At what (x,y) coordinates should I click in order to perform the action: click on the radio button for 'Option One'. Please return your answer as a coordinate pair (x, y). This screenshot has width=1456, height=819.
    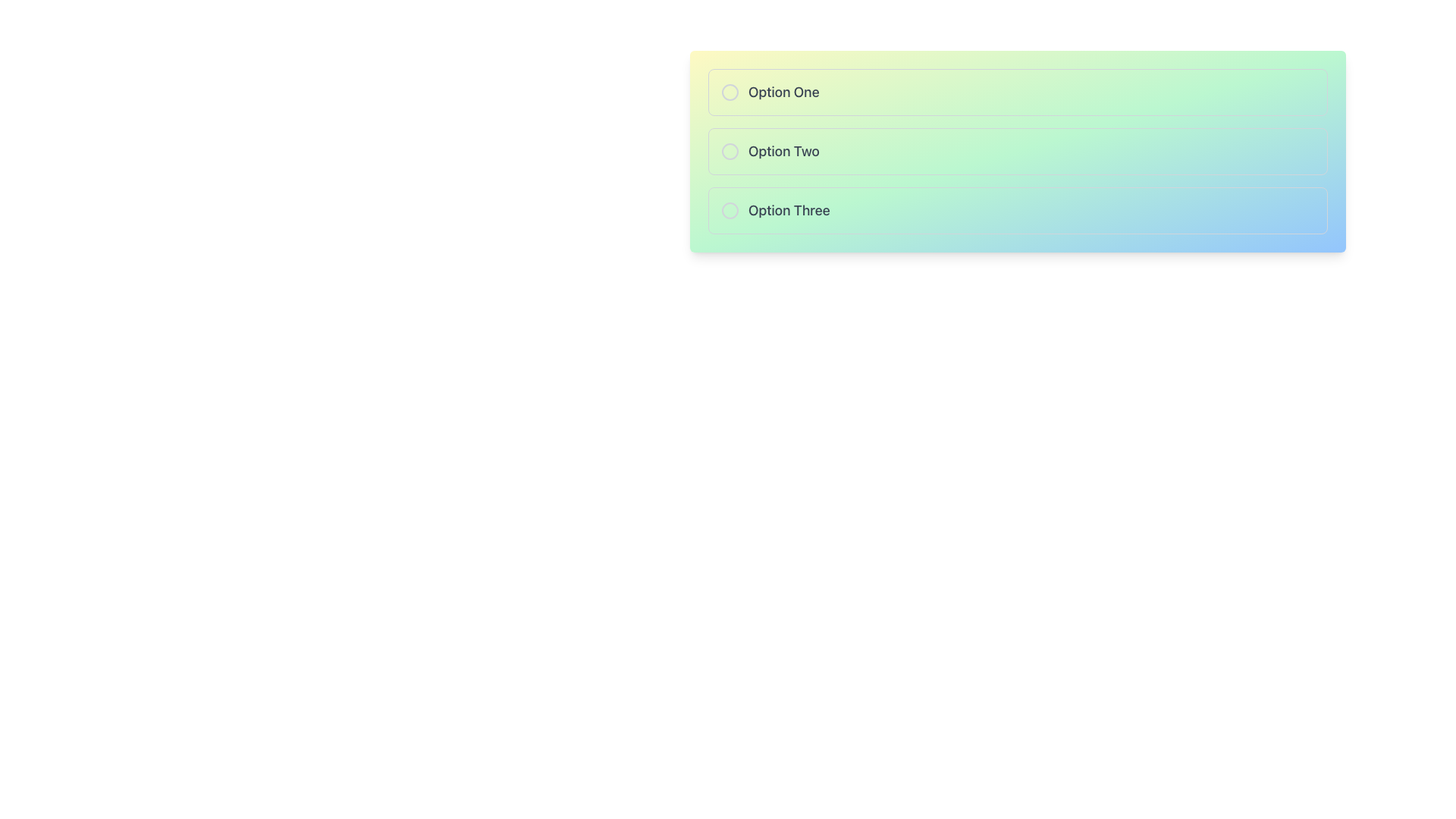
    Looking at the image, I should click on (730, 93).